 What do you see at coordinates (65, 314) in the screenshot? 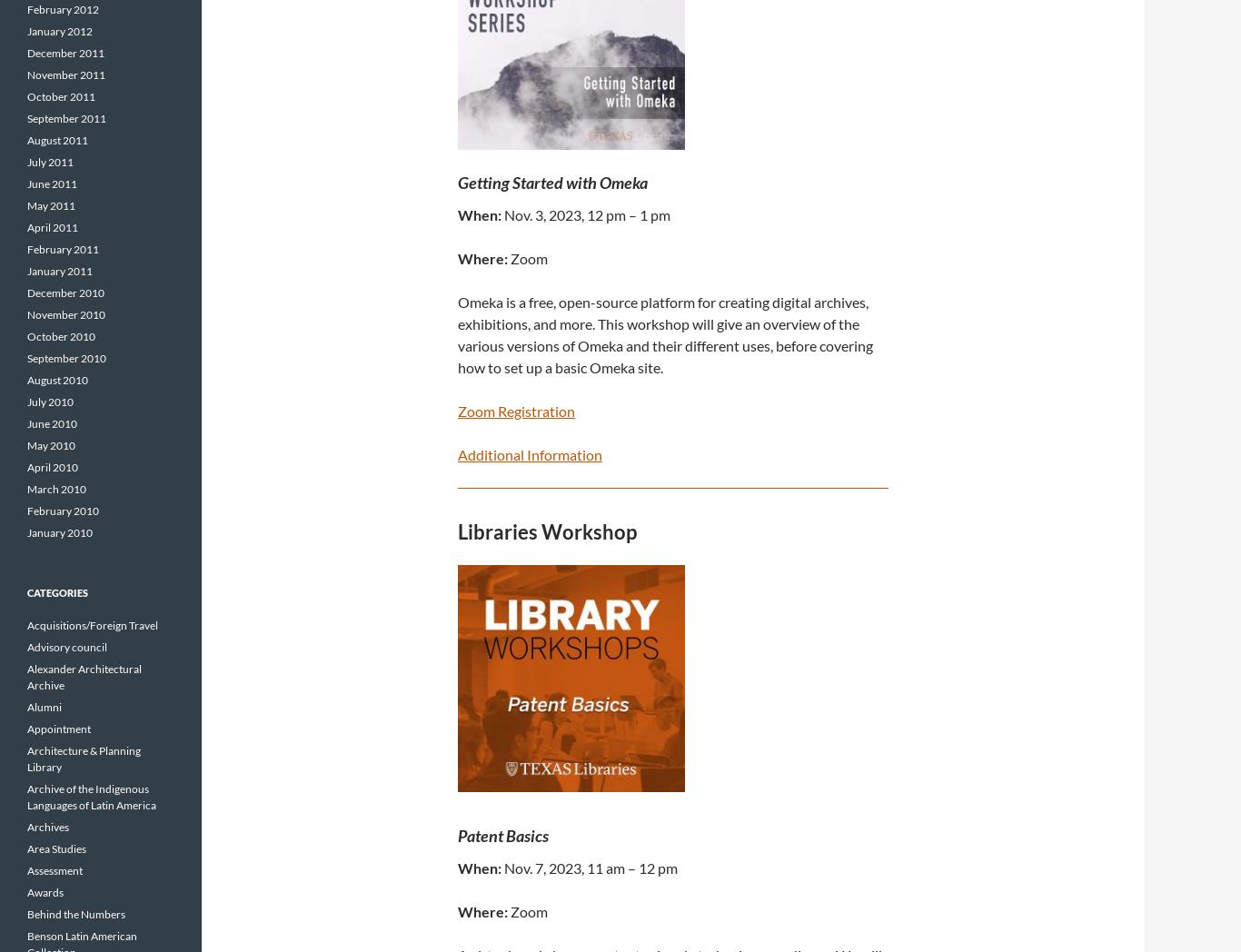
I see `'November 2010'` at bounding box center [65, 314].